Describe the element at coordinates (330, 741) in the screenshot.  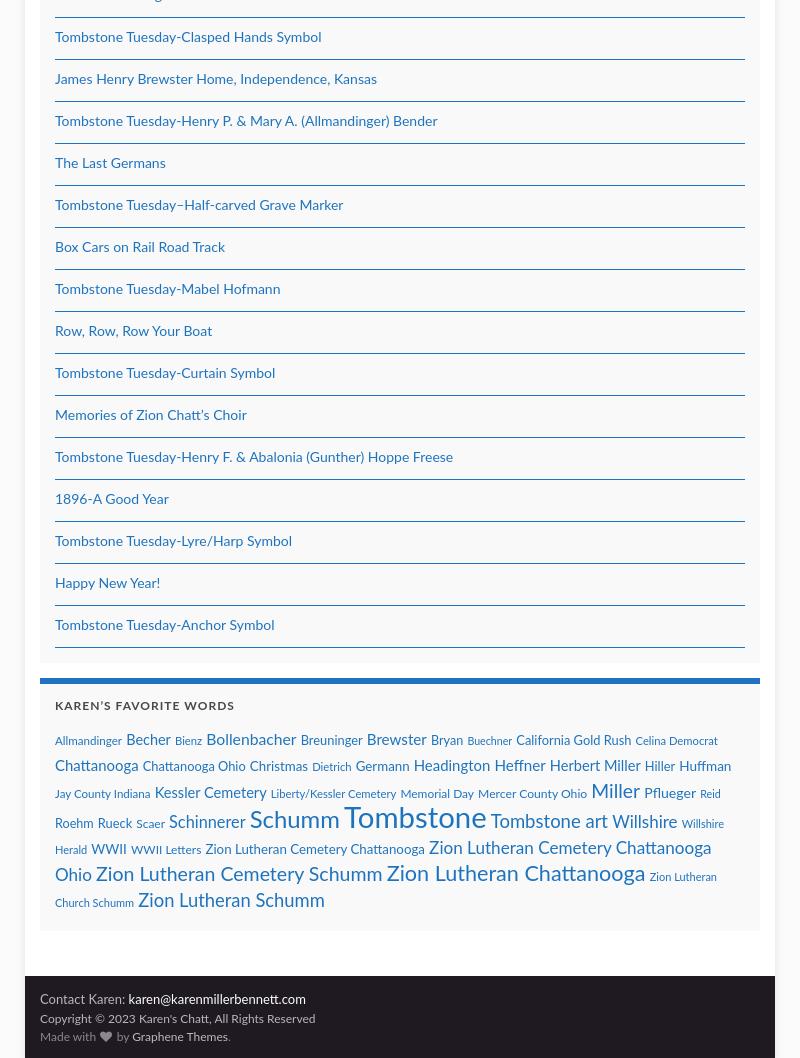
I see `'Breuninger'` at that location.